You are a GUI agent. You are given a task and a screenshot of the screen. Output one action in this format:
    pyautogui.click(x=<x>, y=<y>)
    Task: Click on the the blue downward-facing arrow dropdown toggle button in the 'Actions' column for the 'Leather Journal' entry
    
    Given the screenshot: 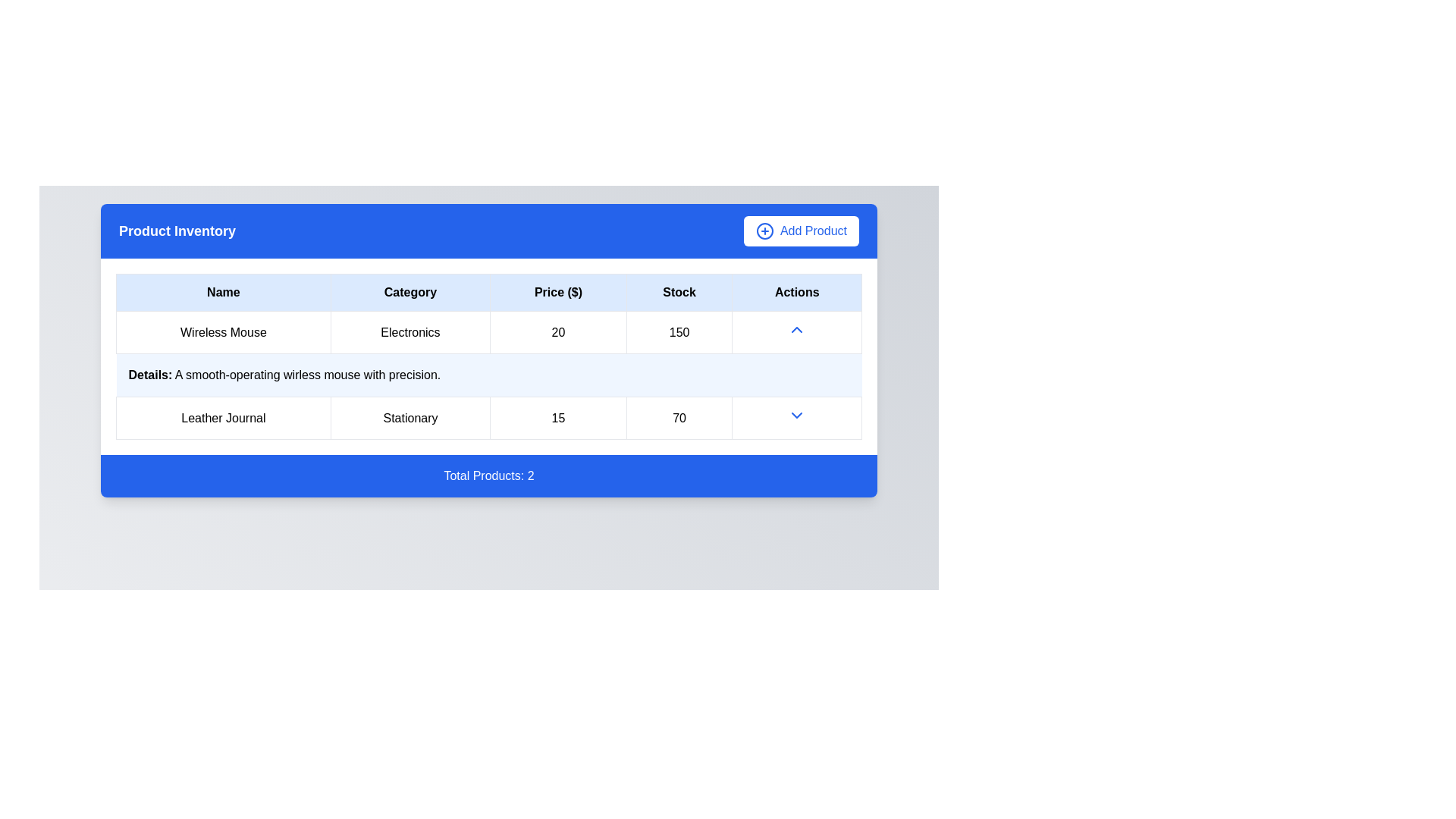 What is the action you would take?
    pyautogui.click(x=796, y=418)
    